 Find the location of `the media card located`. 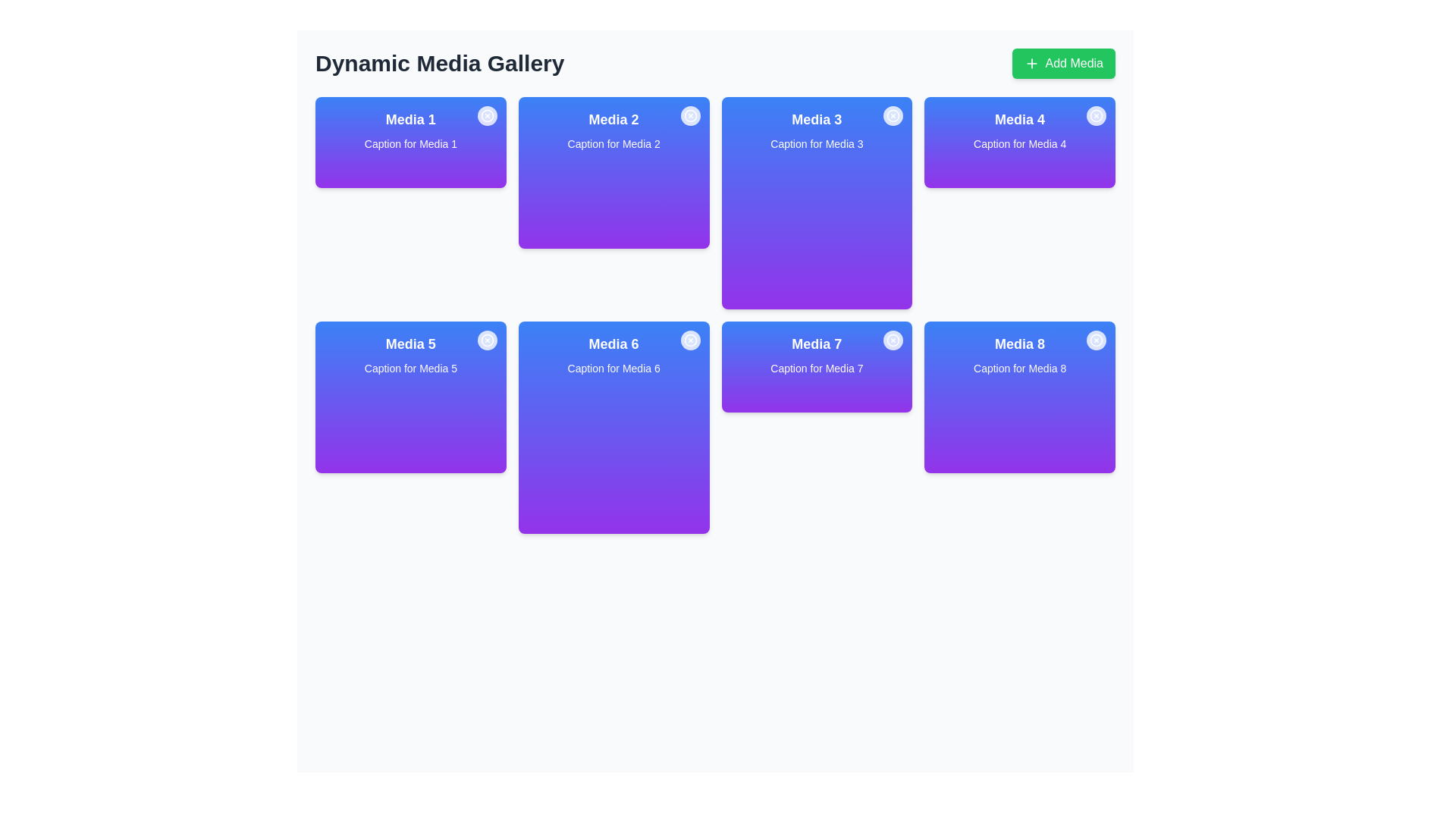

the media card located is located at coordinates (410, 397).